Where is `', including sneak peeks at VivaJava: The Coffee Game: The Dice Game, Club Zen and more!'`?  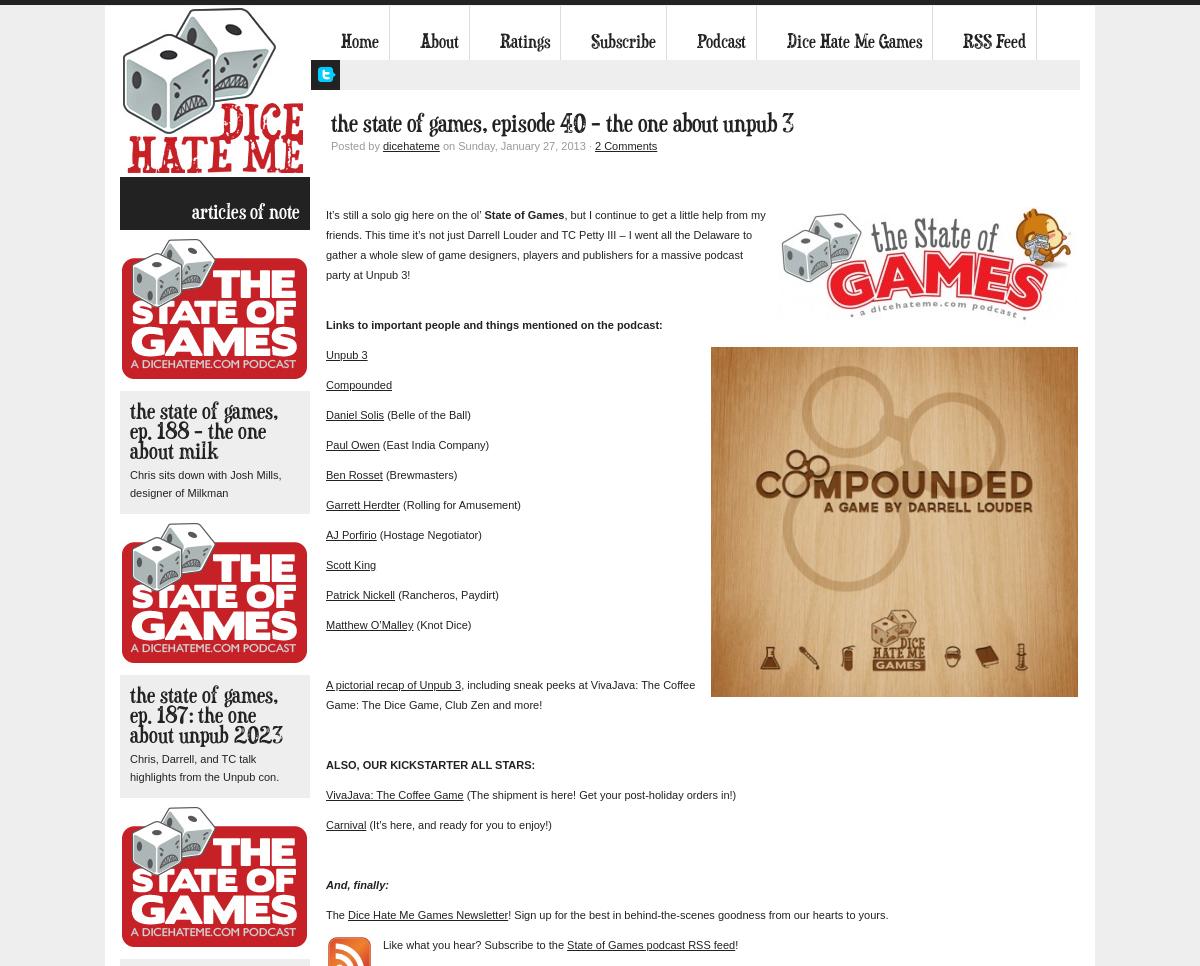 ', including sneak peeks at VivaJava: The Coffee Game: The Dice Game, Club Zen and more!' is located at coordinates (509, 694).